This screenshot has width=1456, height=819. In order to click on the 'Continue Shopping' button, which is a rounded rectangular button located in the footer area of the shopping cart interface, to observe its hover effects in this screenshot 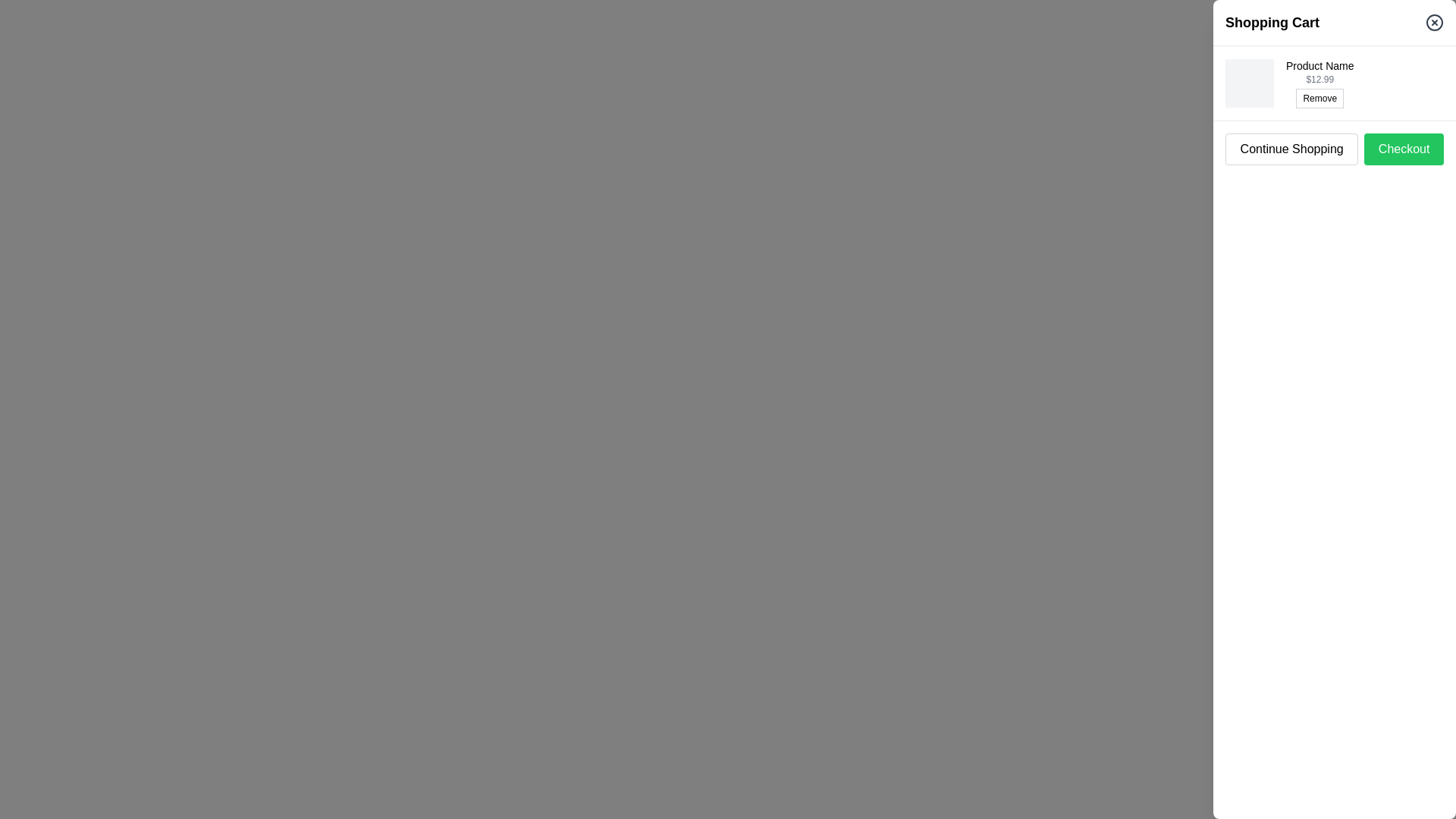, I will do `click(1291, 149)`.